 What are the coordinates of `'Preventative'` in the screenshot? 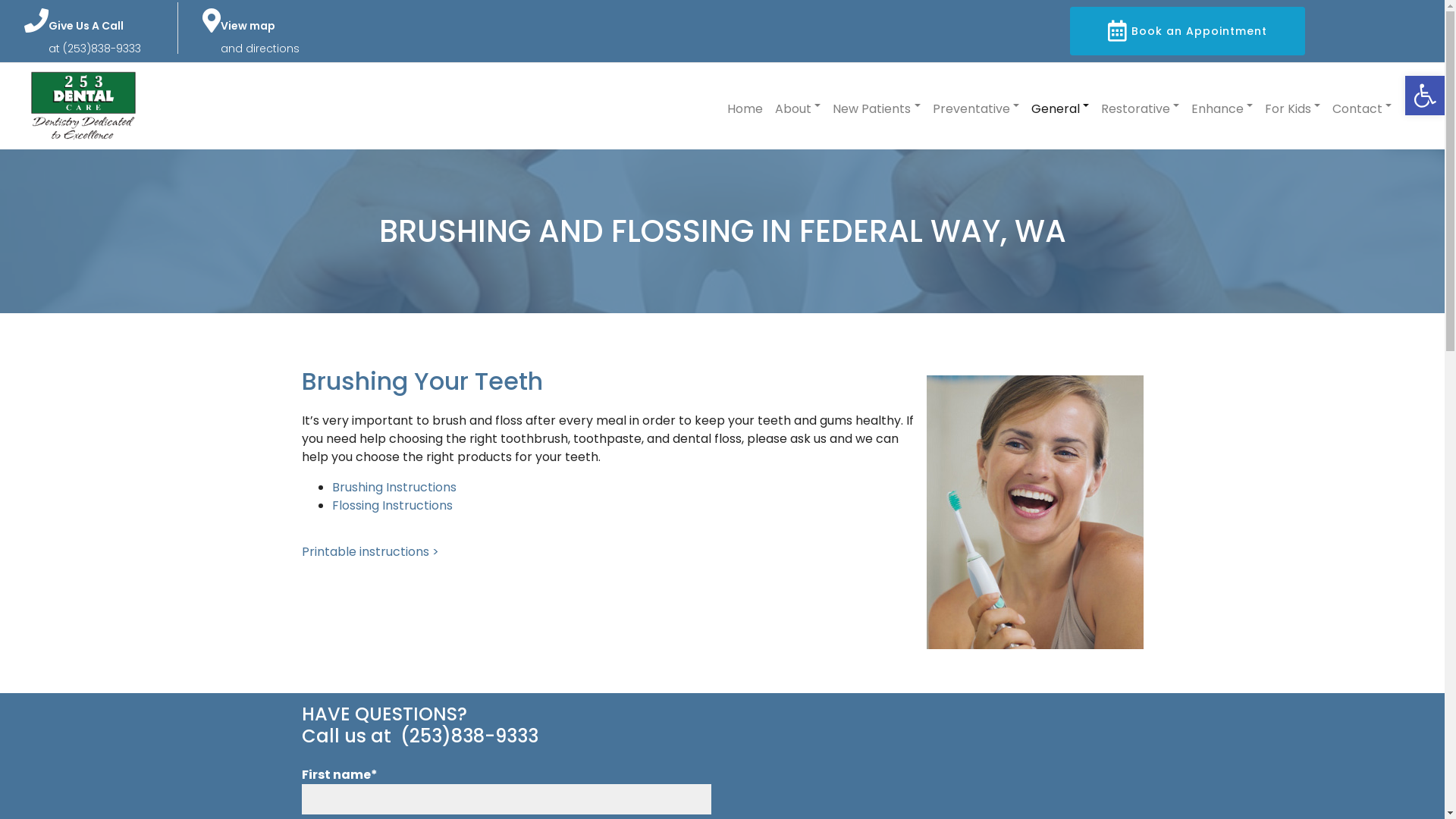 It's located at (975, 105).